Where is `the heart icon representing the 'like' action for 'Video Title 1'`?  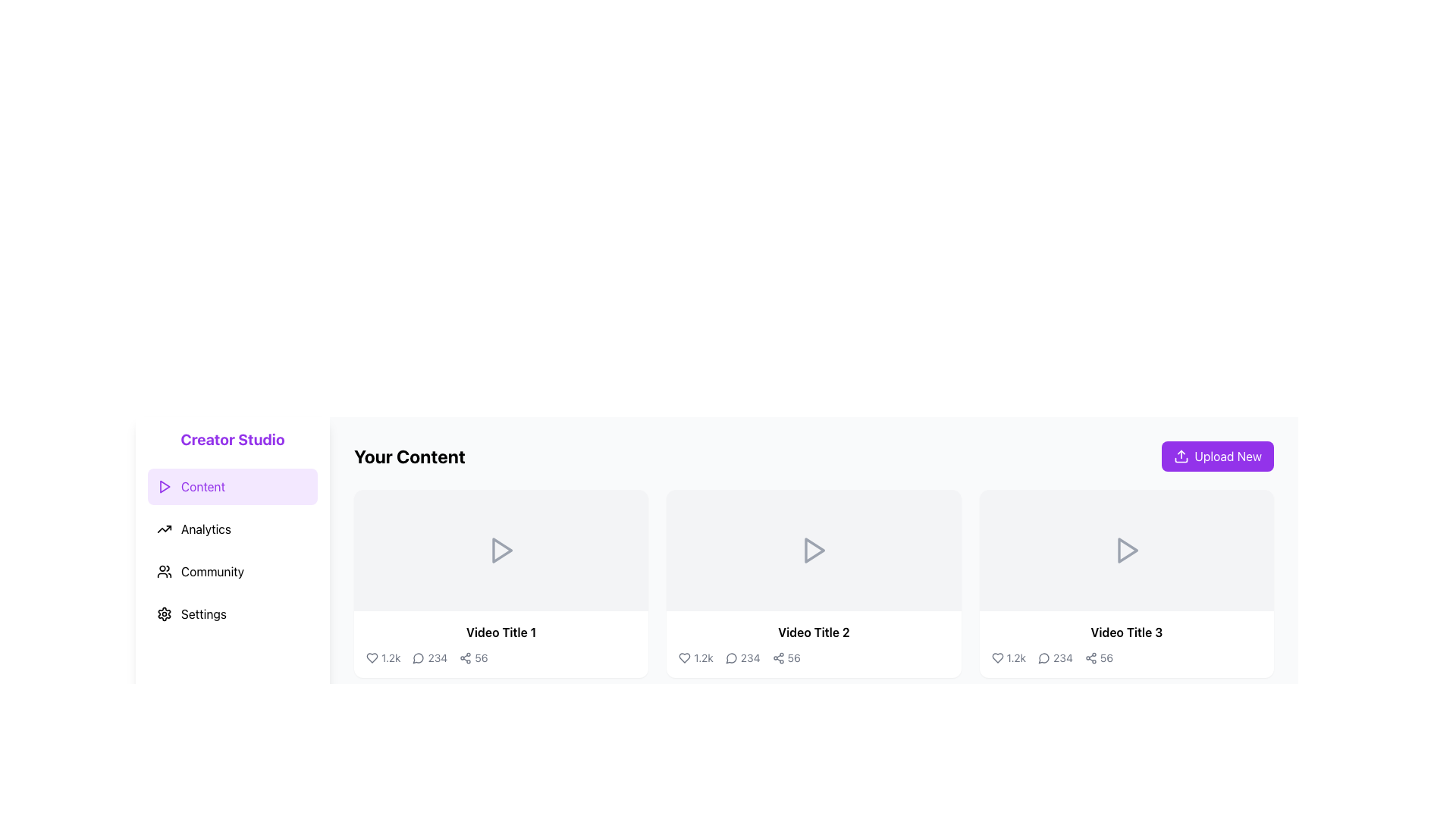 the heart icon representing the 'like' action for 'Video Title 1' is located at coordinates (372, 657).